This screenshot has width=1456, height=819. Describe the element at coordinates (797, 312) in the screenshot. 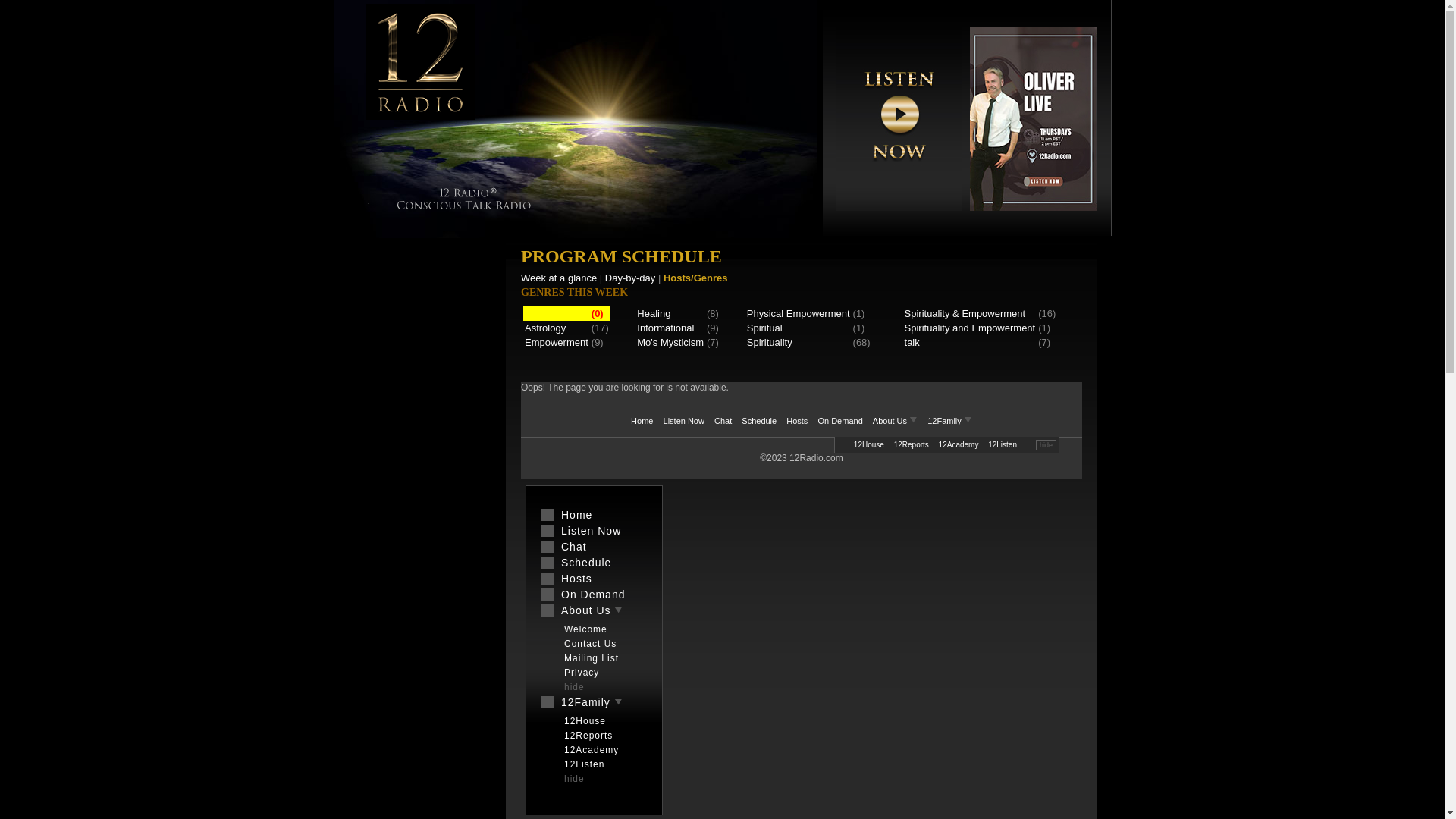

I see `'Physical Empowerment'` at that location.